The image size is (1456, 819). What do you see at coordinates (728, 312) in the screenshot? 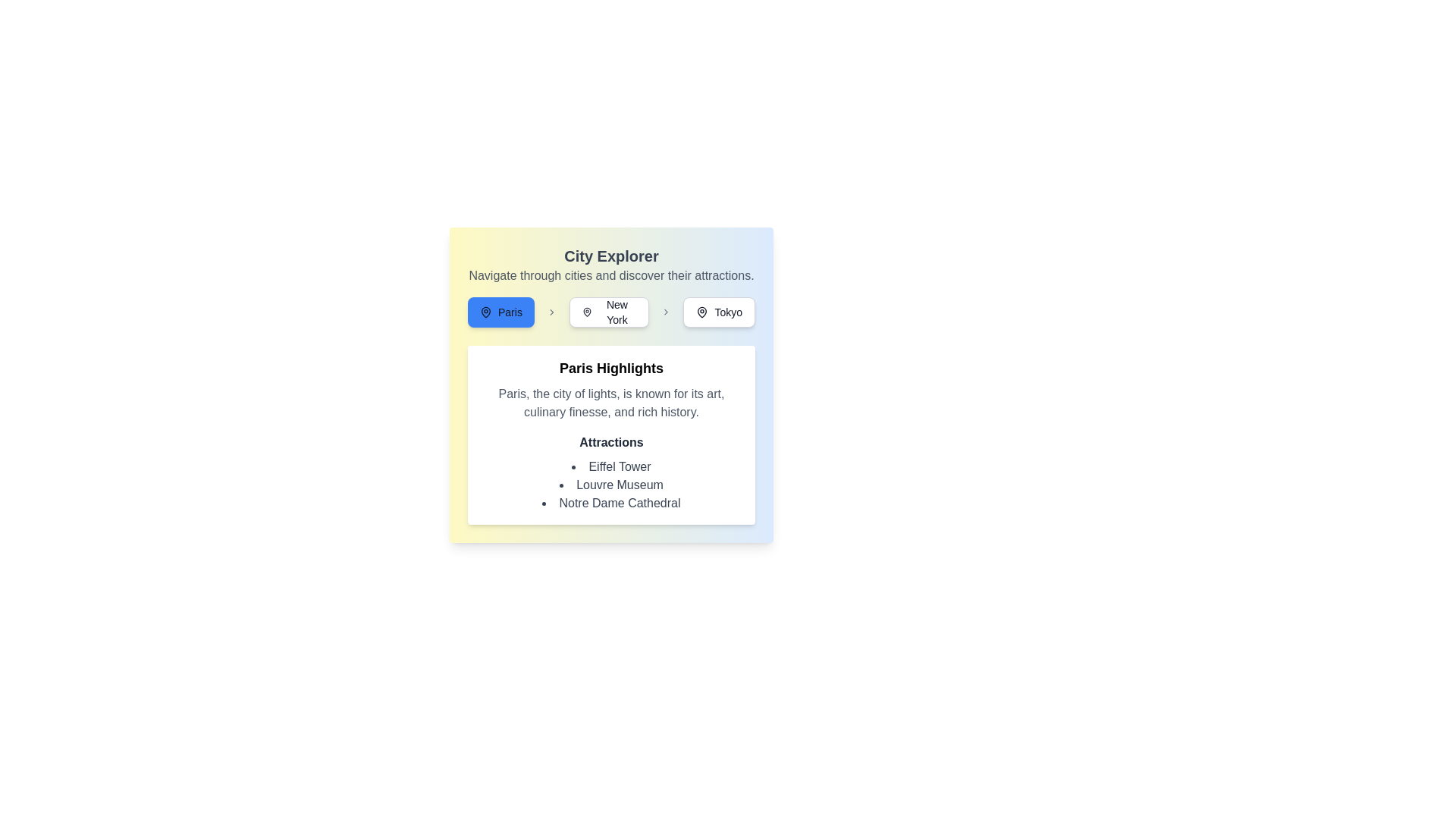
I see `the 'Tokyo' text label within the rightmost navigation button` at bounding box center [728, 312].